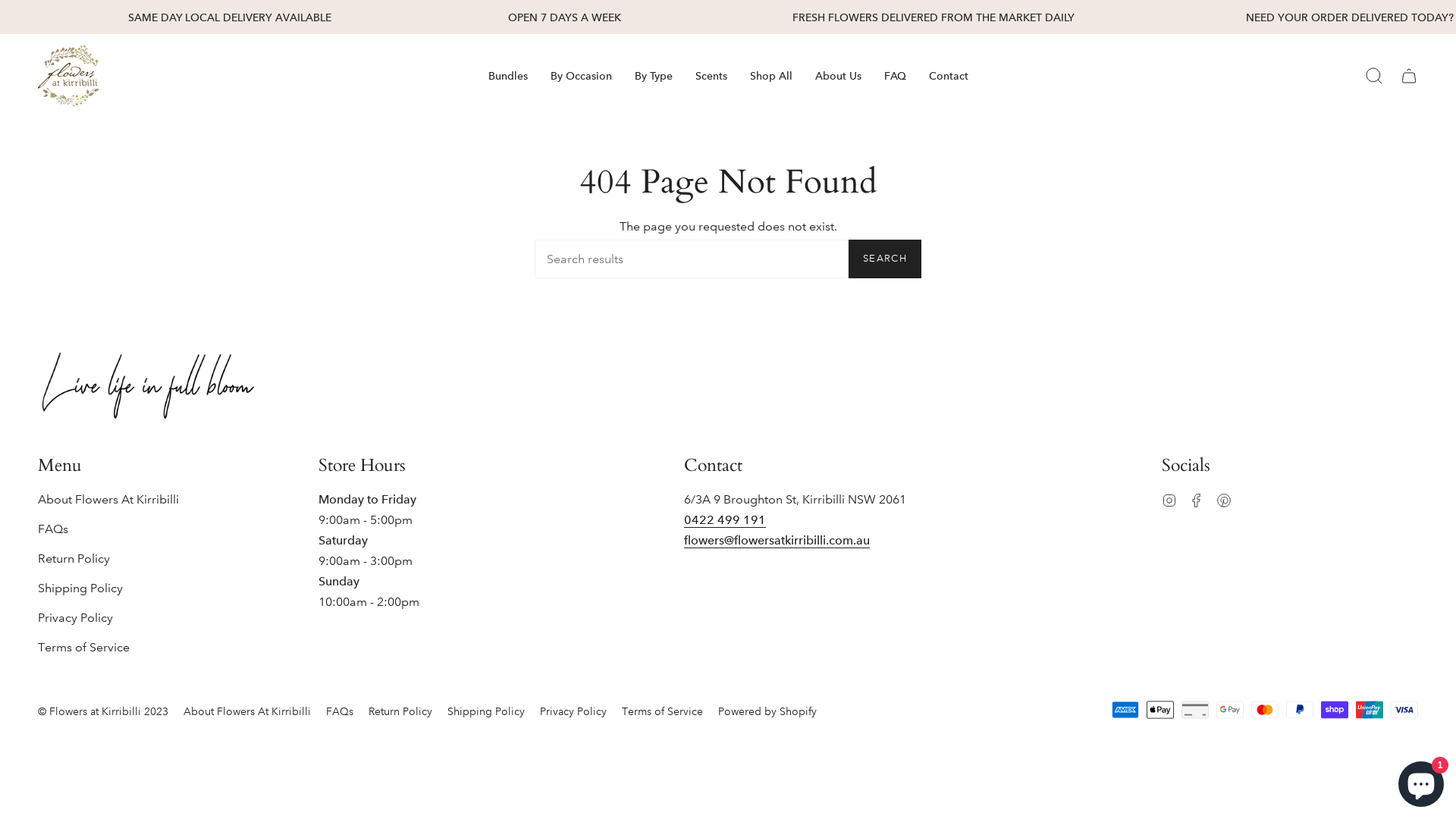  I want to click on 'Privacy Policy', so click(573, 711).